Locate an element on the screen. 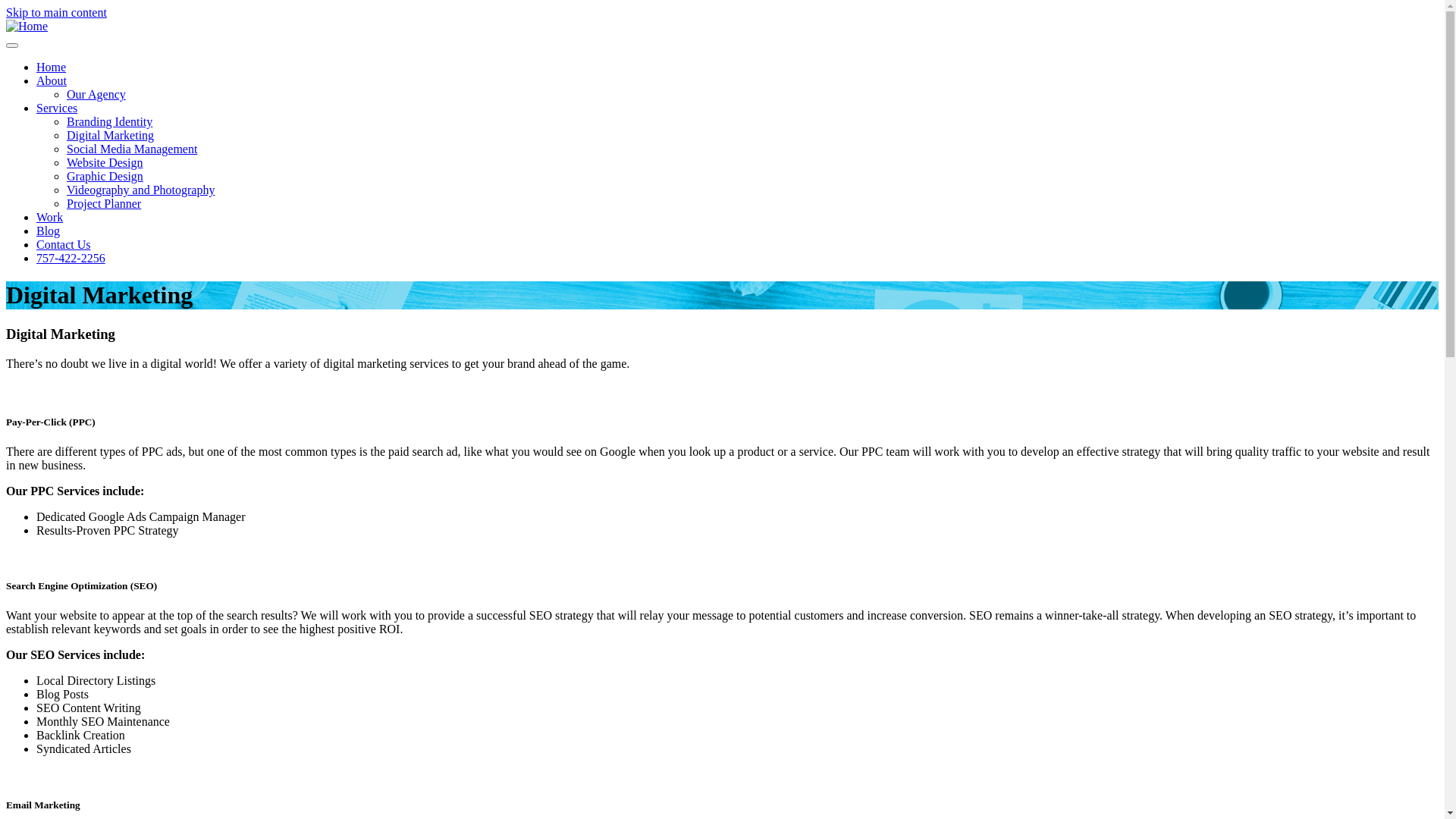  'Social Media Management' is located at coordinates (131, 149).